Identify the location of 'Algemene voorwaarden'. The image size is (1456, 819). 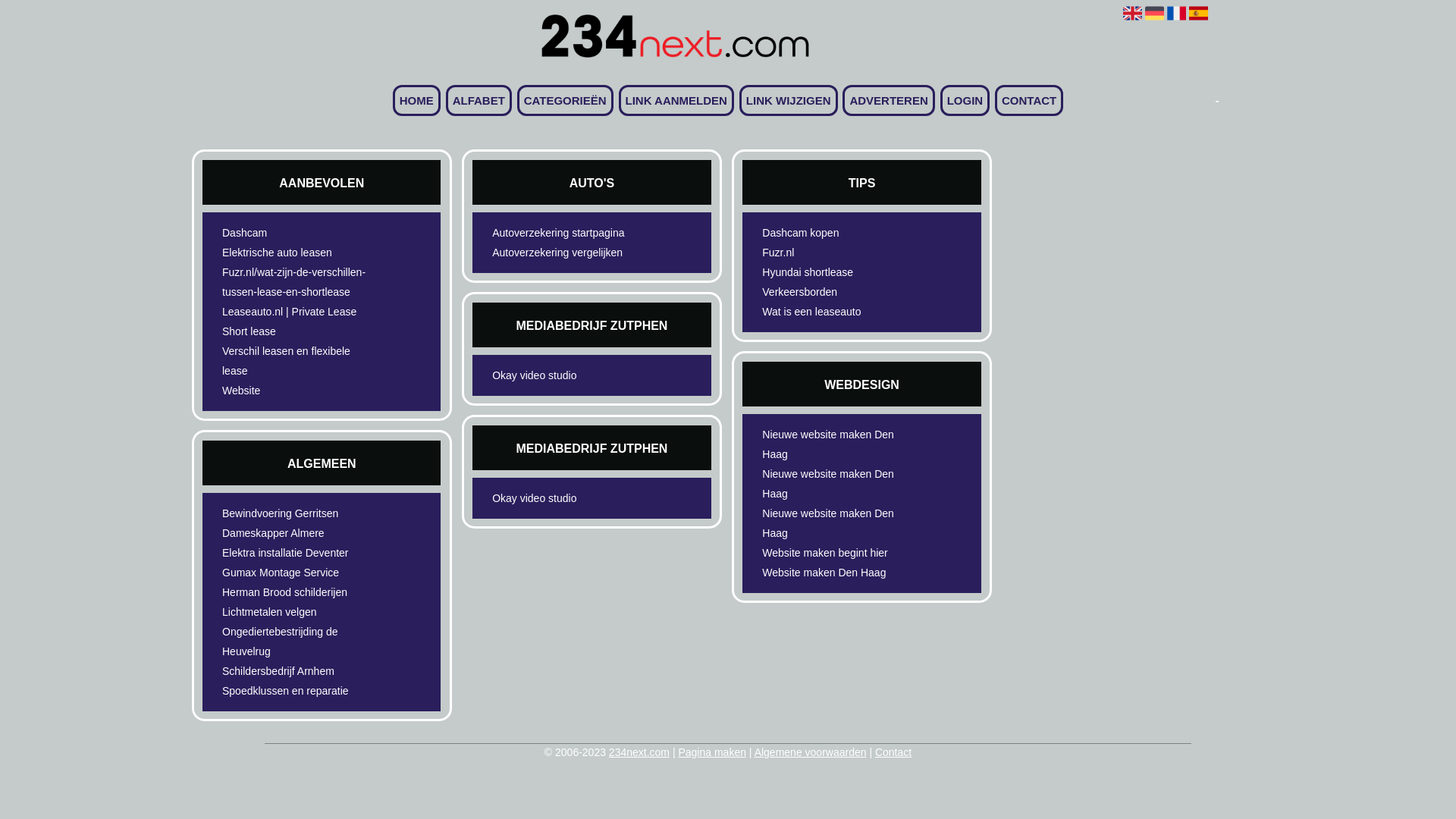
(810, 752).